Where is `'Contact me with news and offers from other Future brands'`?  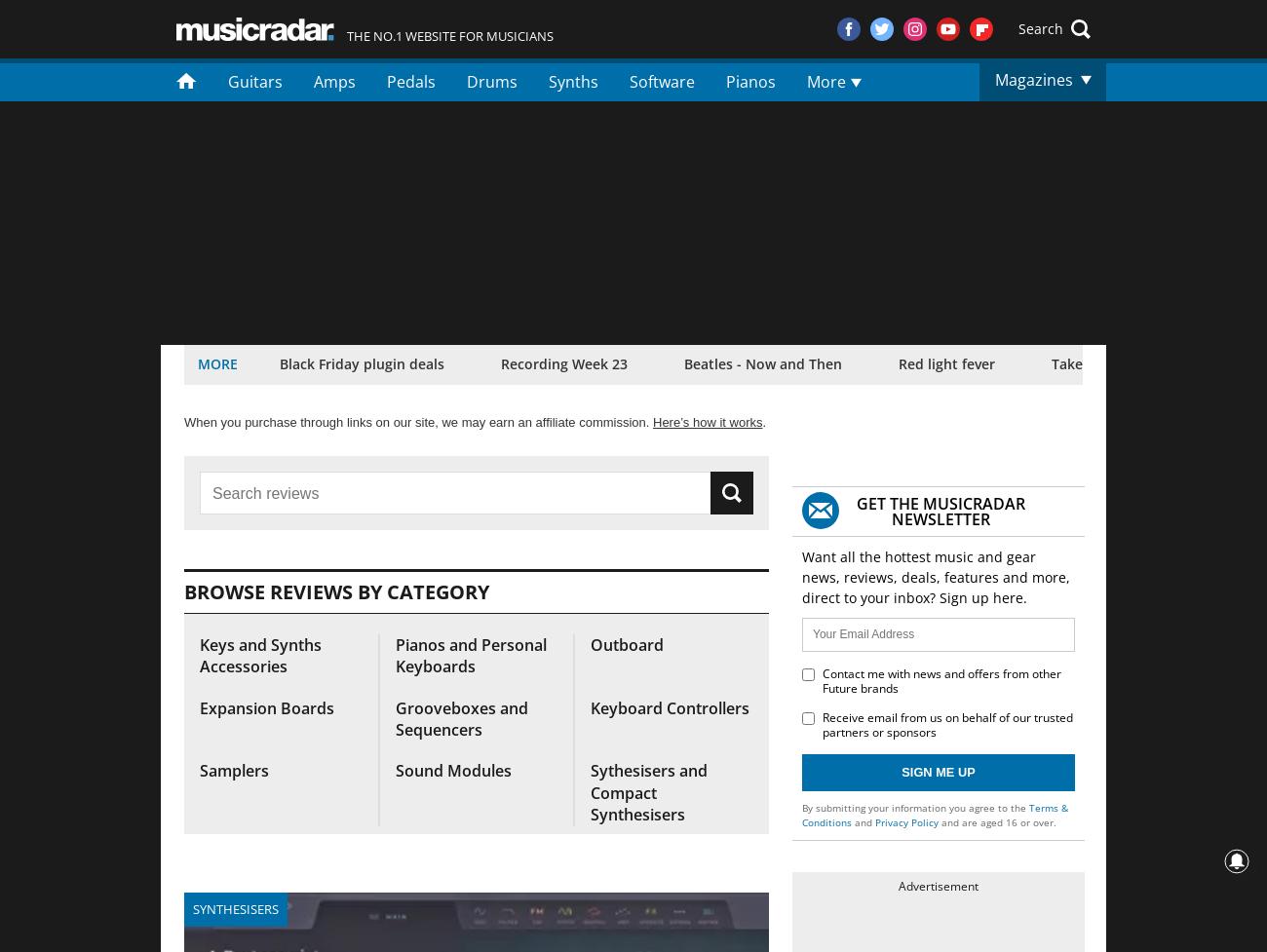
'Contact me with news and offers from other Future brands' is located at coordinates (941, 681).